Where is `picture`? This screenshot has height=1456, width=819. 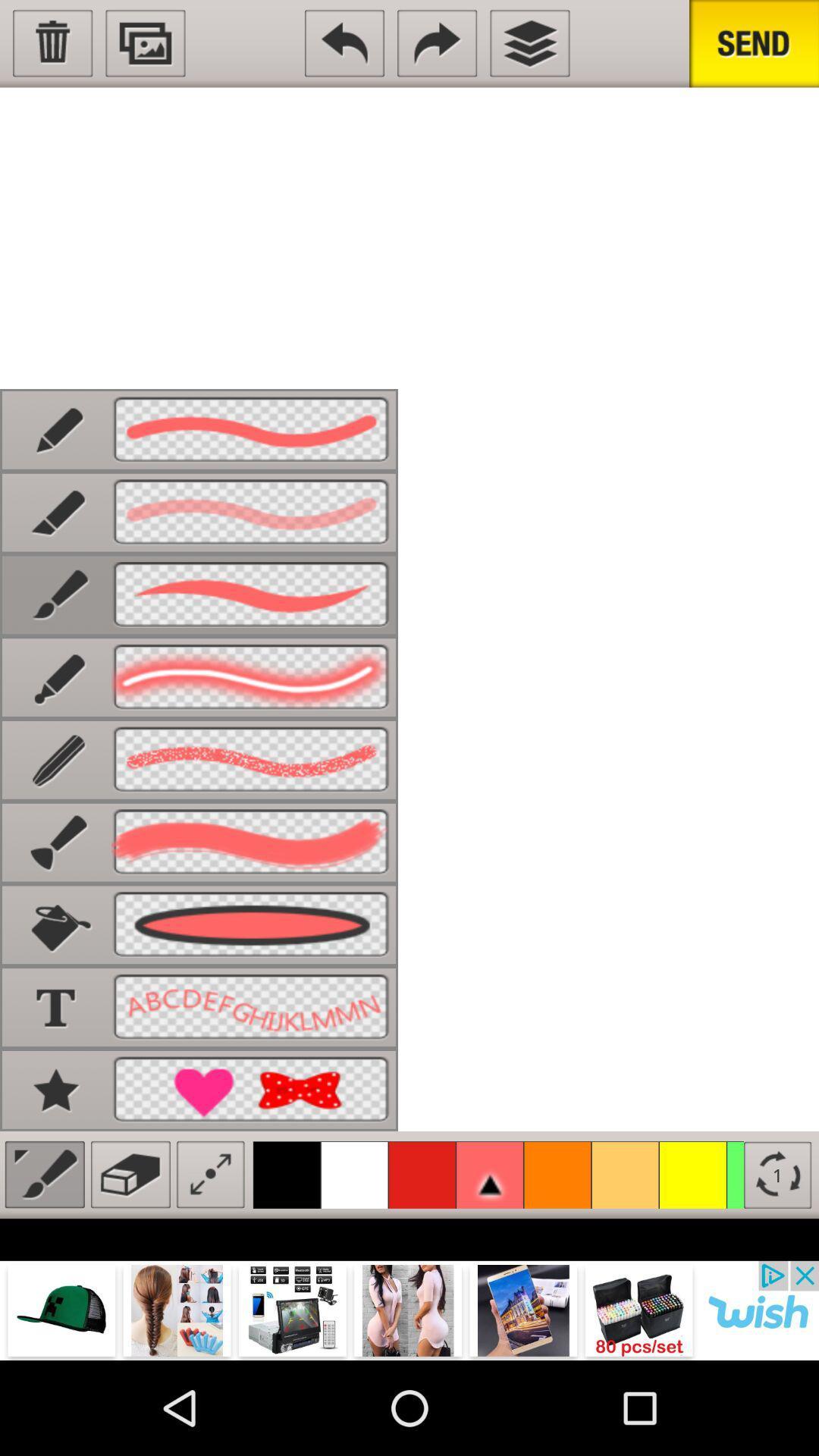 picture is located at coordinates (146, 43).